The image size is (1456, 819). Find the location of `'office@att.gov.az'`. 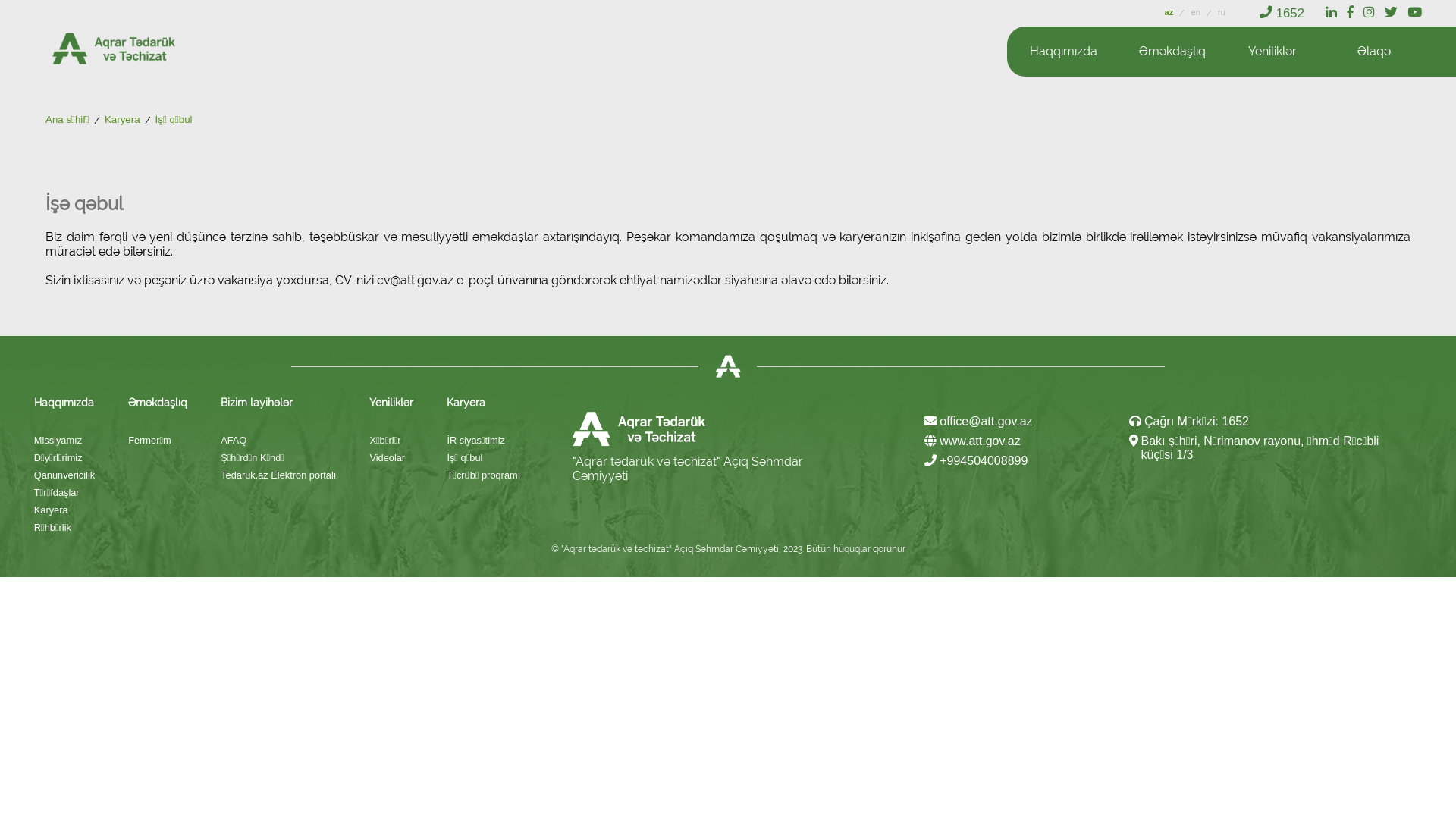

'office@att.gov.az' is located at coordinates (978, 421).